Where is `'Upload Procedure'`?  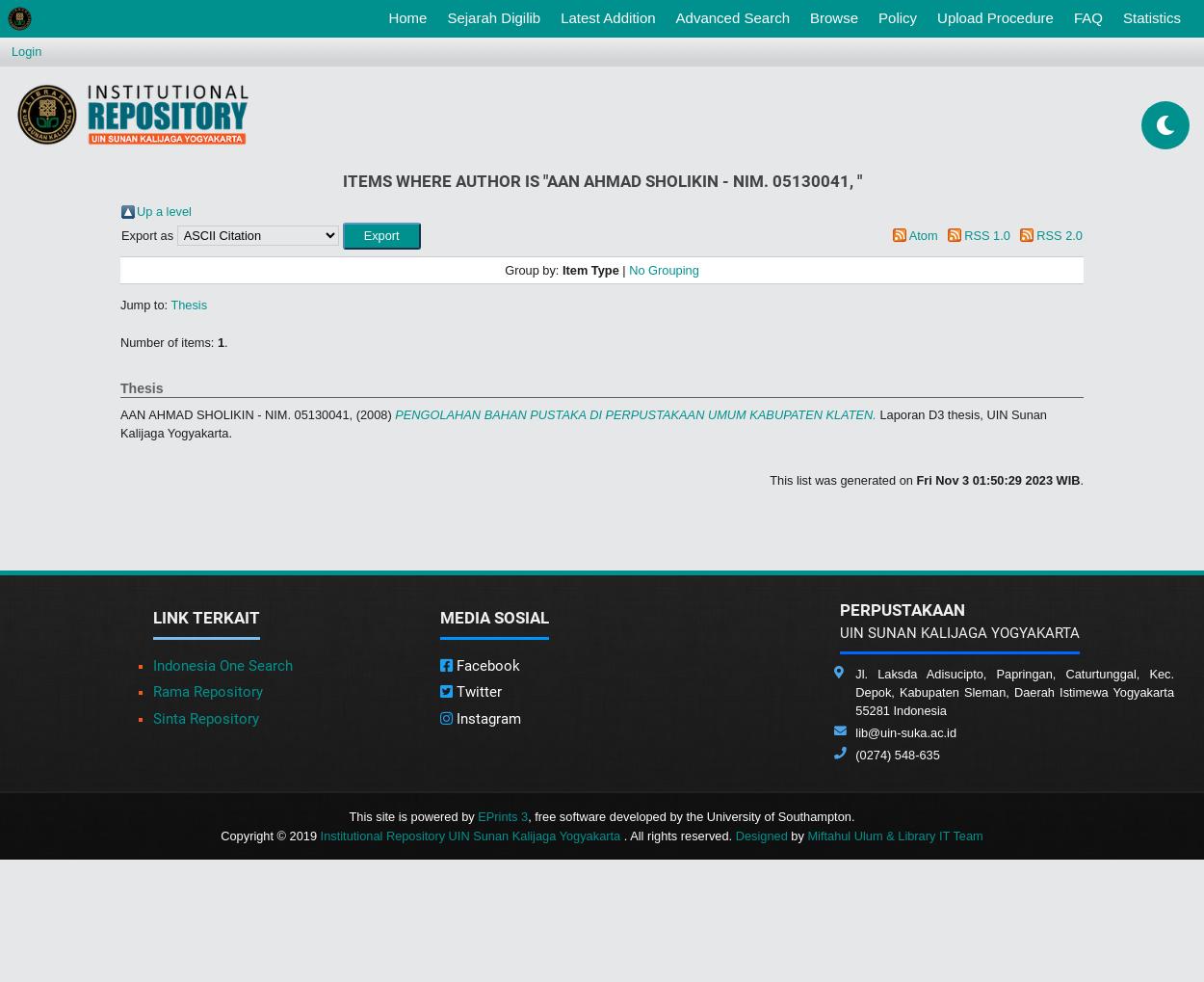 'Upload Procedure' is located at coordinates (995, 16).